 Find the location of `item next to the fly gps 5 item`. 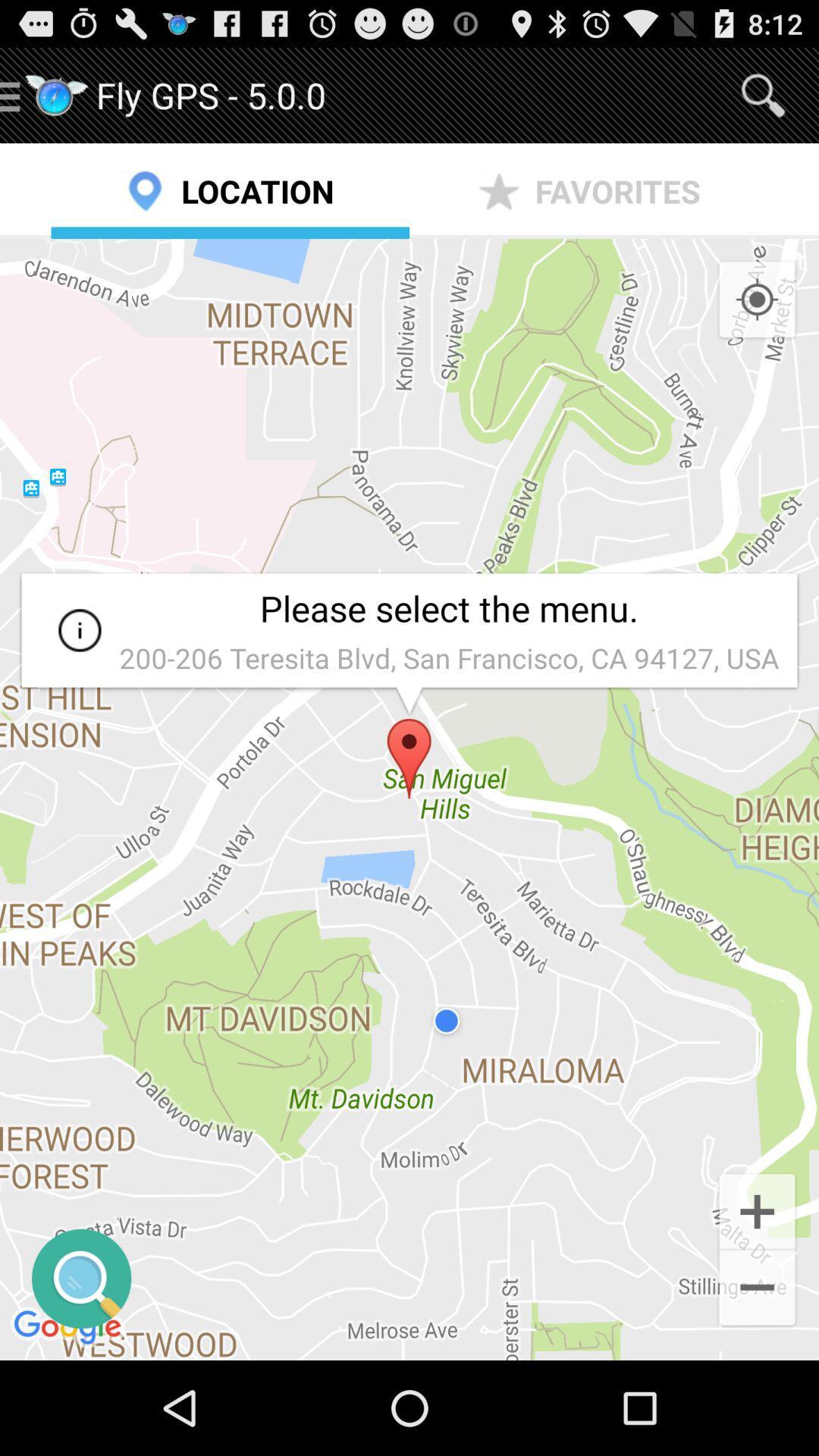

item next to the fly gps 5 item is located at coordinates (763, 94).